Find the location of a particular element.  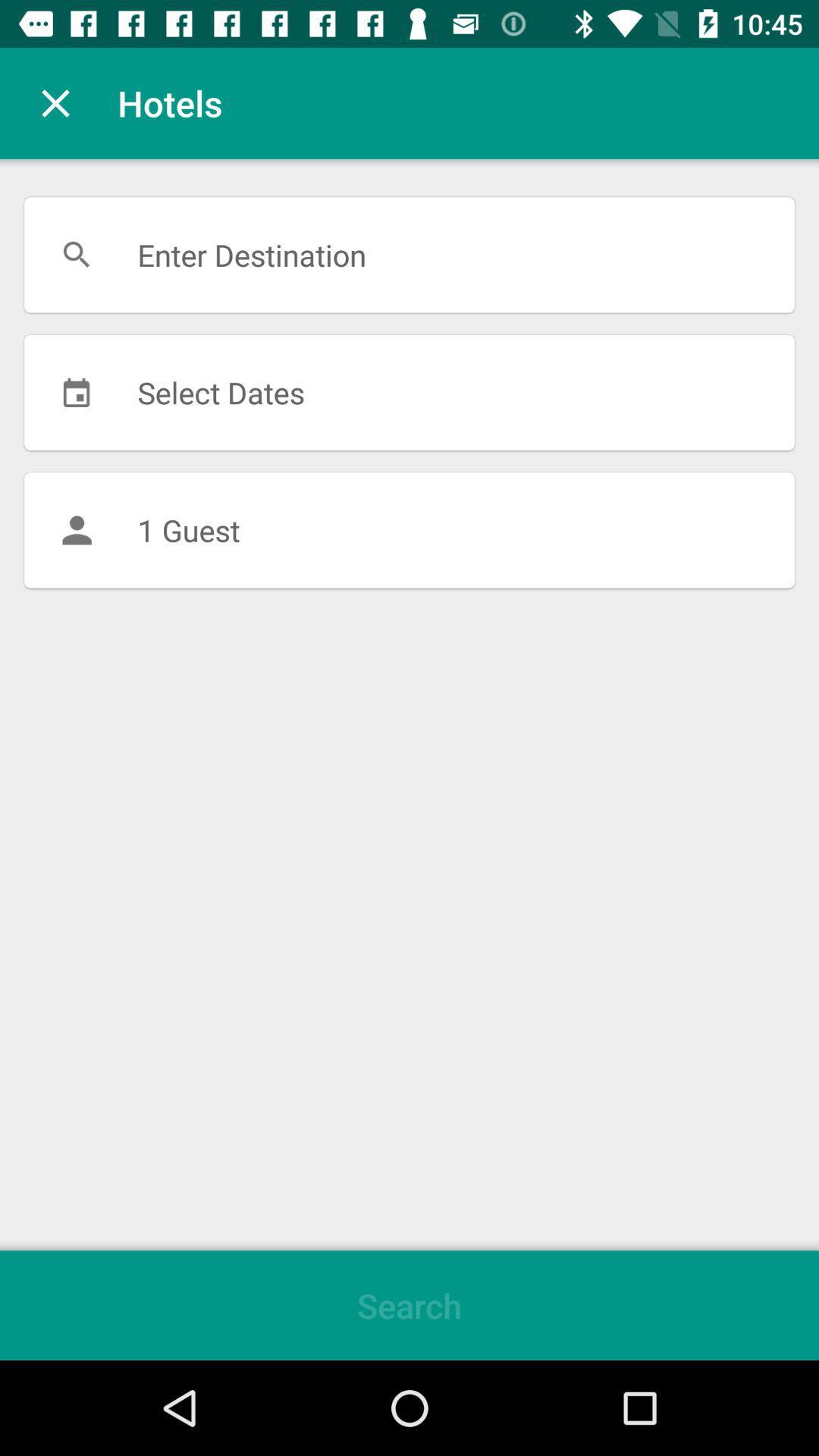

the item at the center is located at coordinates (409, 530).